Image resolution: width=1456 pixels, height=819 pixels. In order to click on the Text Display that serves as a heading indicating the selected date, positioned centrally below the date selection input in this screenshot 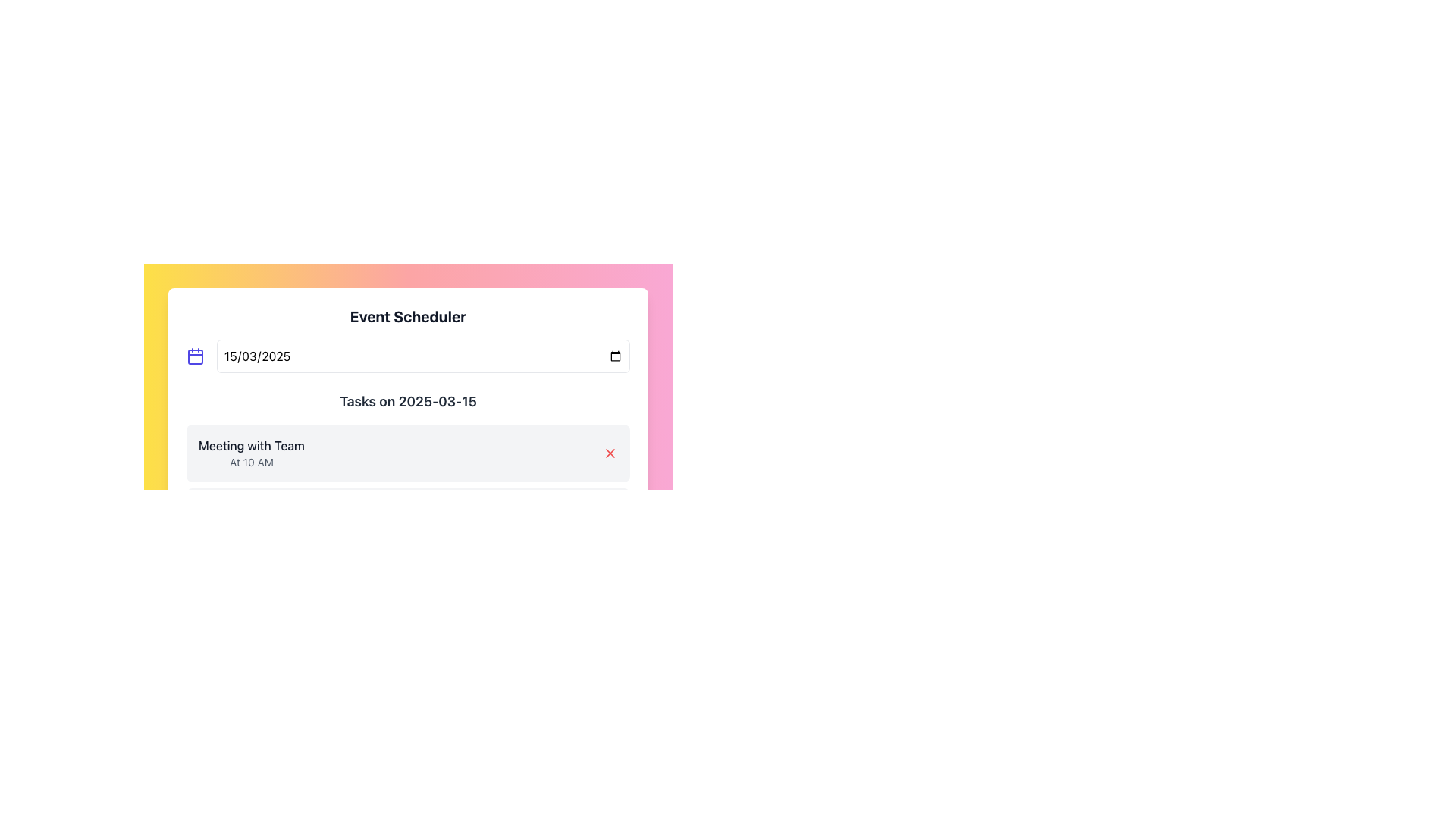, I will do `click(408, 400)`.